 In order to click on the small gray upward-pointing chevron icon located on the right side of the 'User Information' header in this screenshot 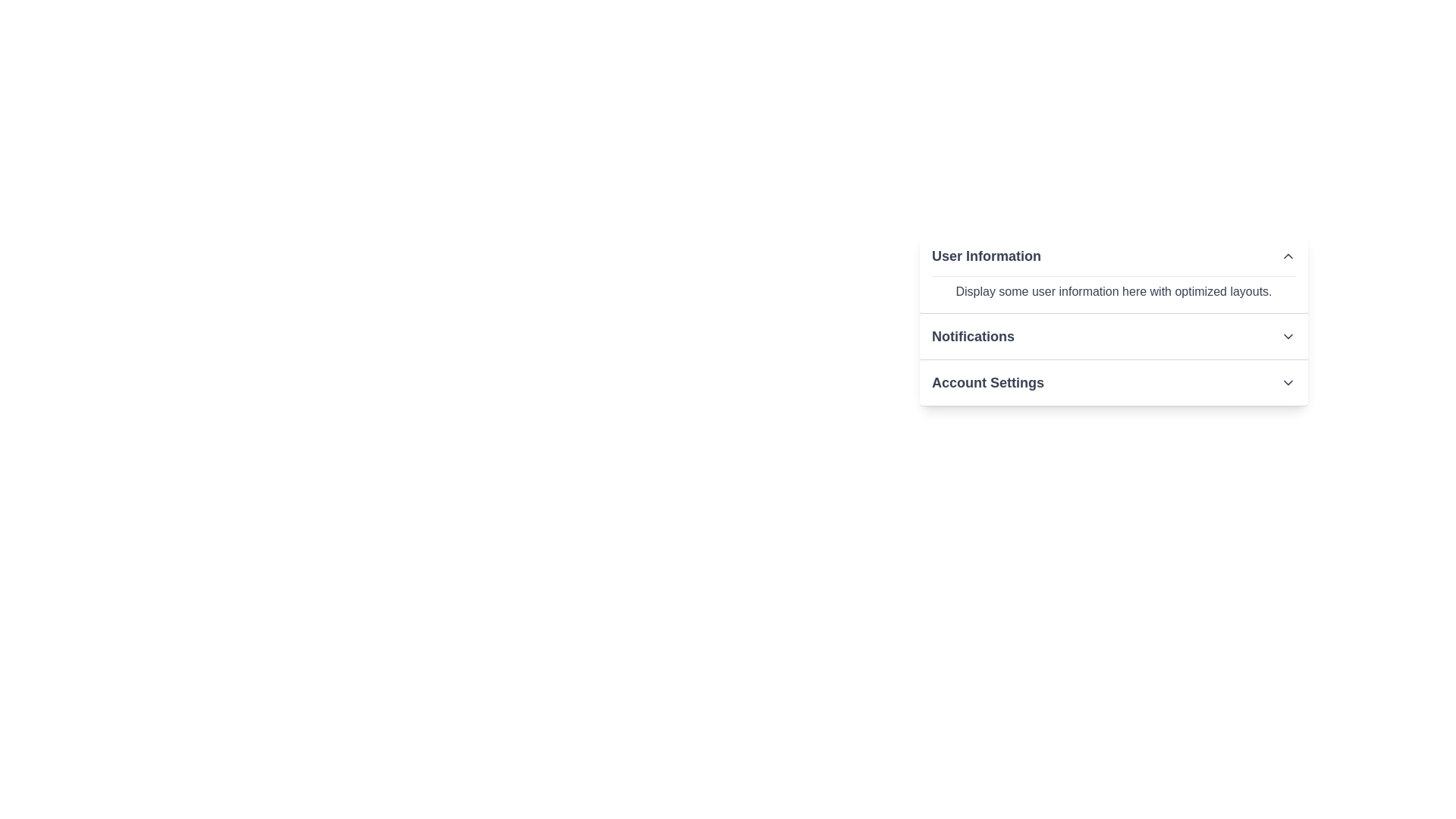, I will do `click(1288, 256)`.